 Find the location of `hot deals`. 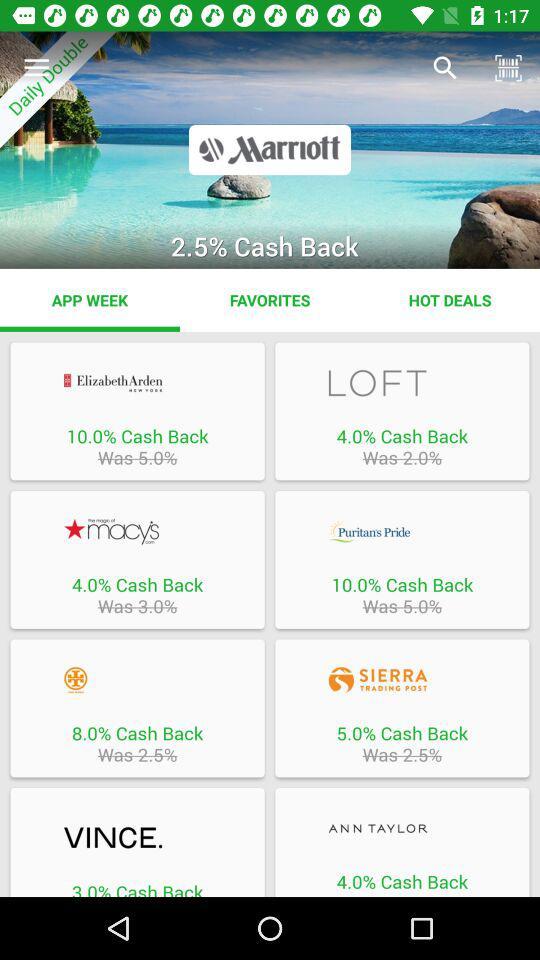

hot deals is located at coordinates (449, 299).